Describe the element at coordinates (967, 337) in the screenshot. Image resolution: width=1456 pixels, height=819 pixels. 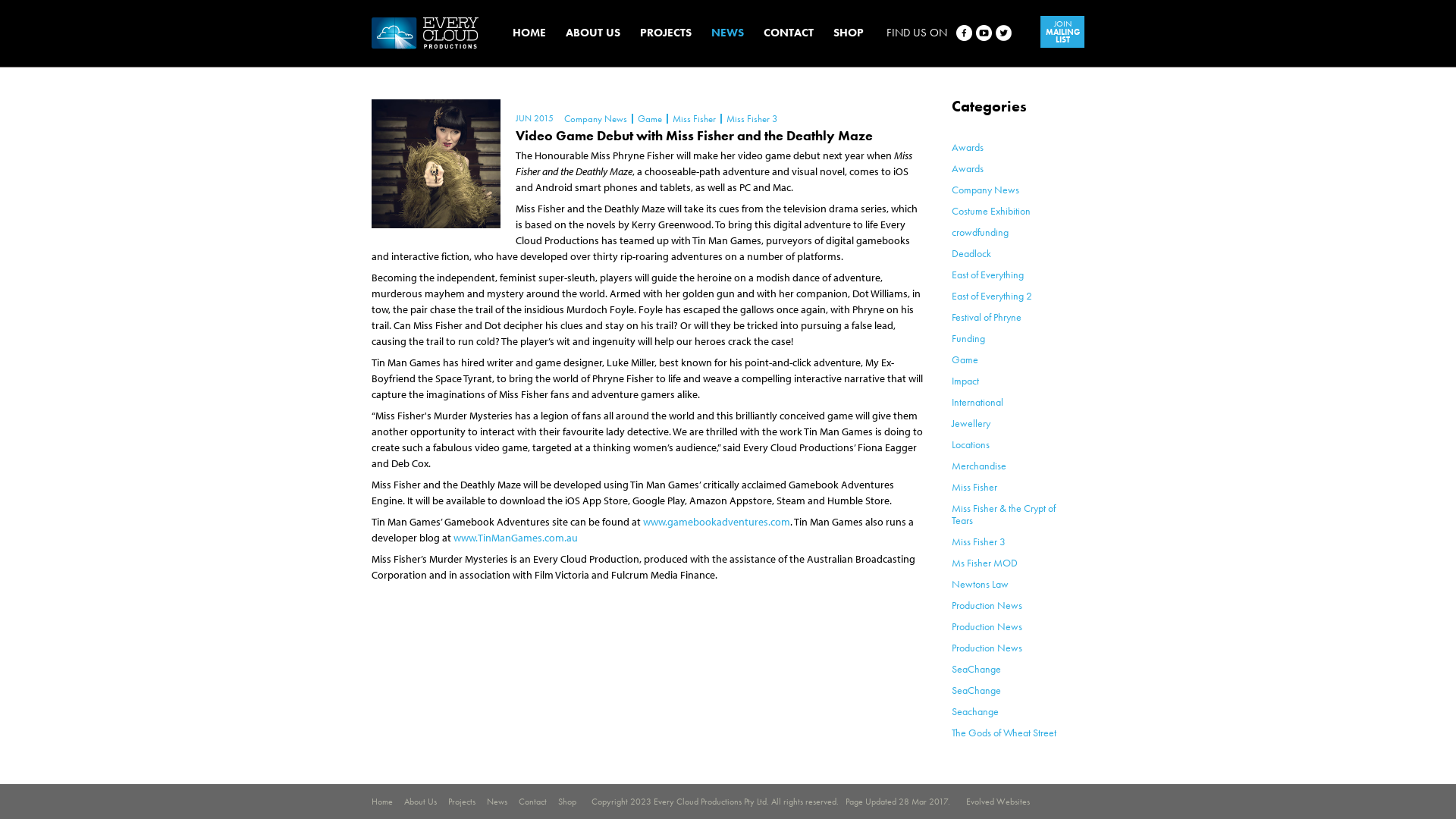
I see `'Funding'` at that location.